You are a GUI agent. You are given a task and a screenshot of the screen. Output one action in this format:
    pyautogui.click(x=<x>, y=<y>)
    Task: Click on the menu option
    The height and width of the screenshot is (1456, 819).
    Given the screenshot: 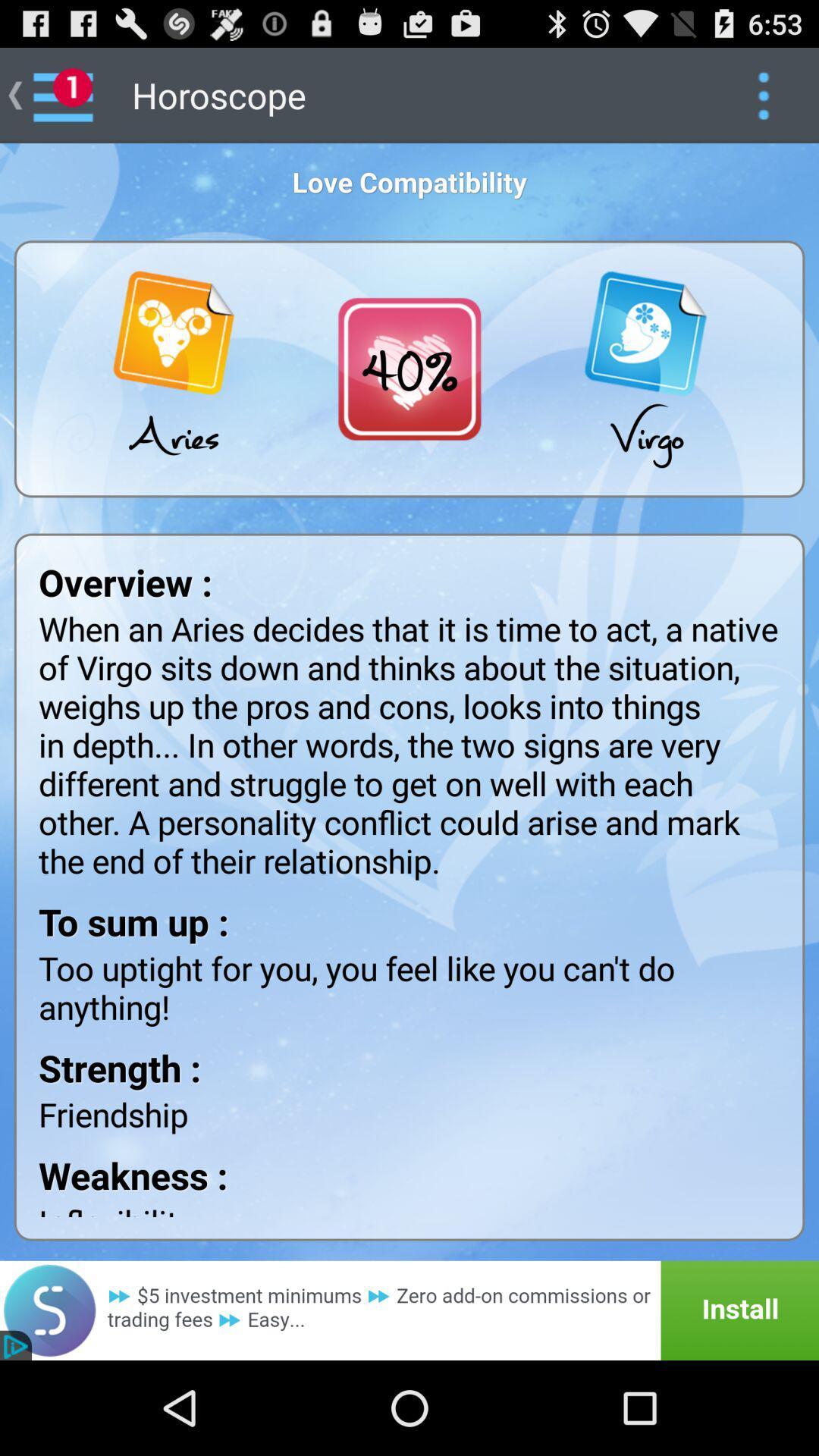 What is the action you would take?
    pyautogui.click(x=763, y=94)
    